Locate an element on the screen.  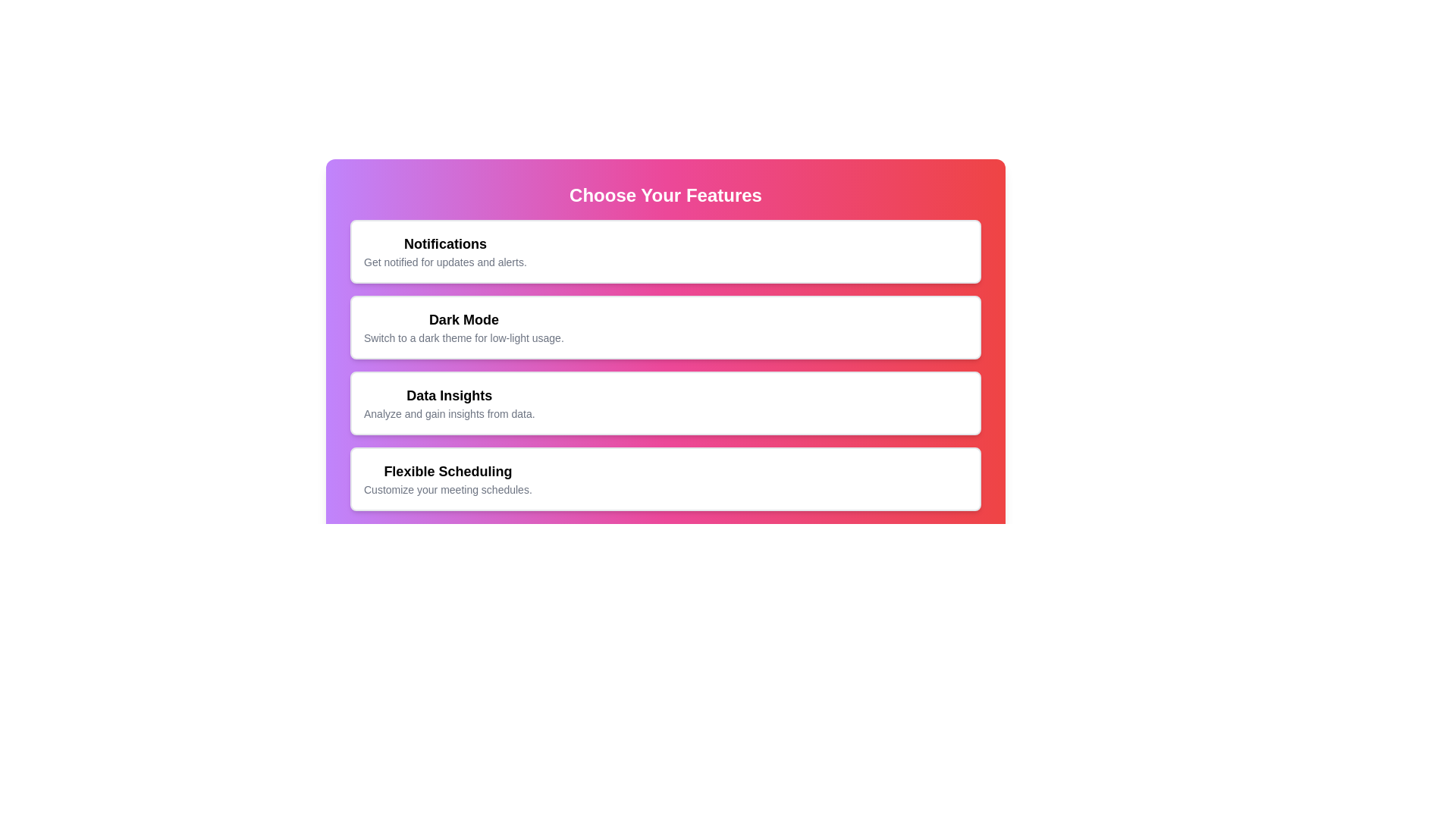
text displayed in the 'Data Insights' component, which includes the title and description within the bordered card in the 'Choose Your Features' section is located at coordinates (448, 403).